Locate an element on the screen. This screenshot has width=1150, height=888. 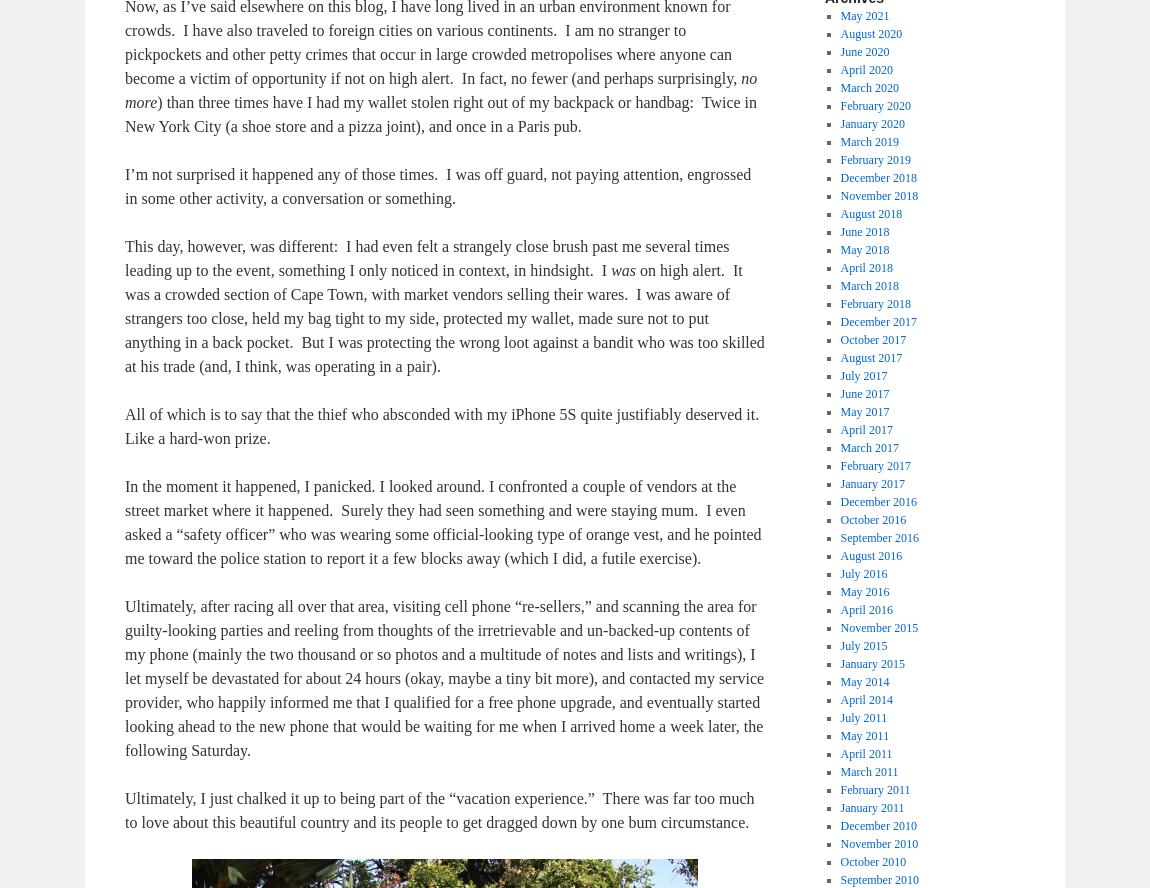
') than three times have I had my wallet stolen right out of my backpack or handbag:  Twice in New York City (a shoe store and a pizza joint), and once in a Paris pub.' is located at coordinates (441, 114).